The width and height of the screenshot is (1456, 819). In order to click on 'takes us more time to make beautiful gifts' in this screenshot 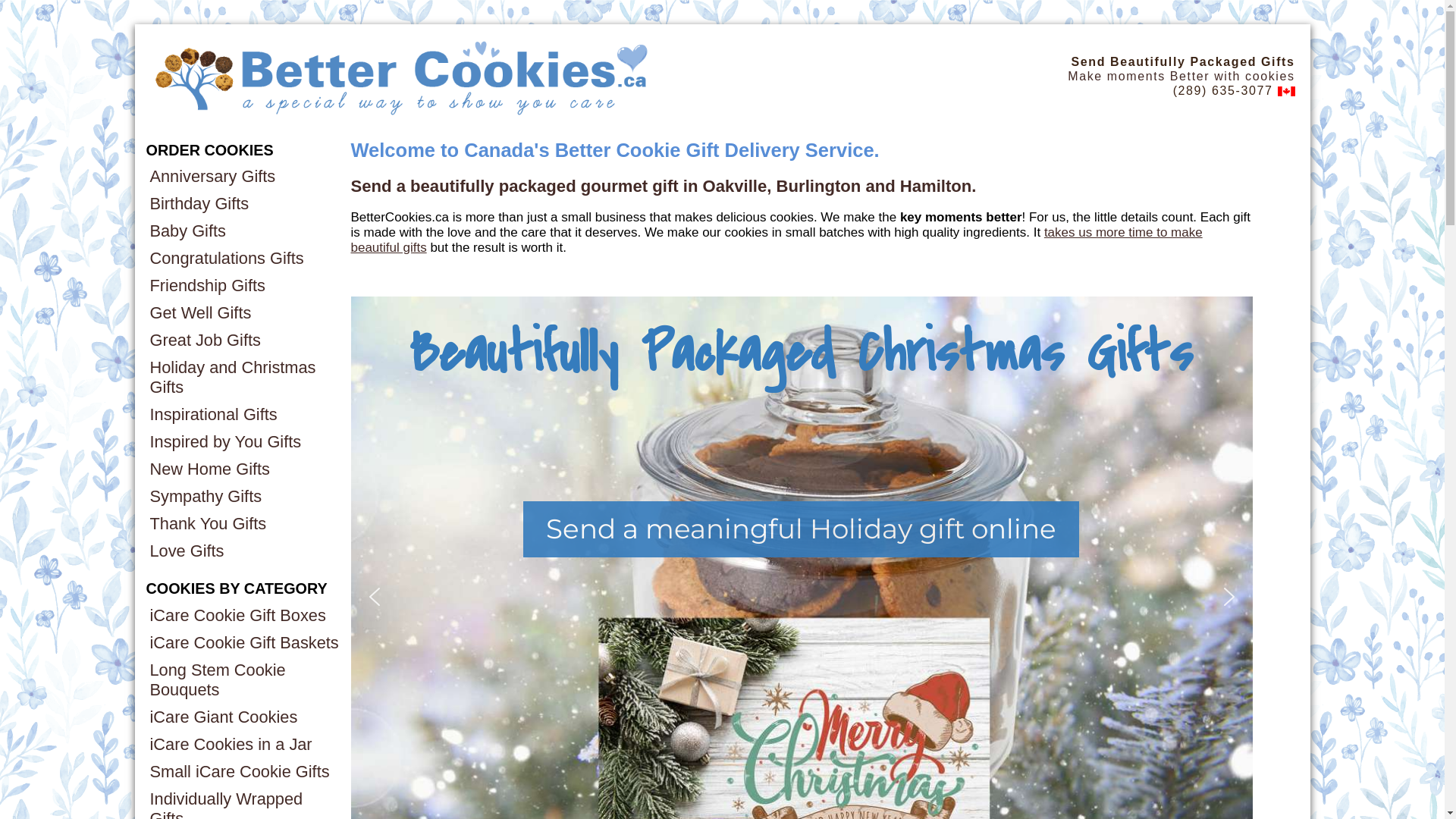, I will do `click(776, 239)`.